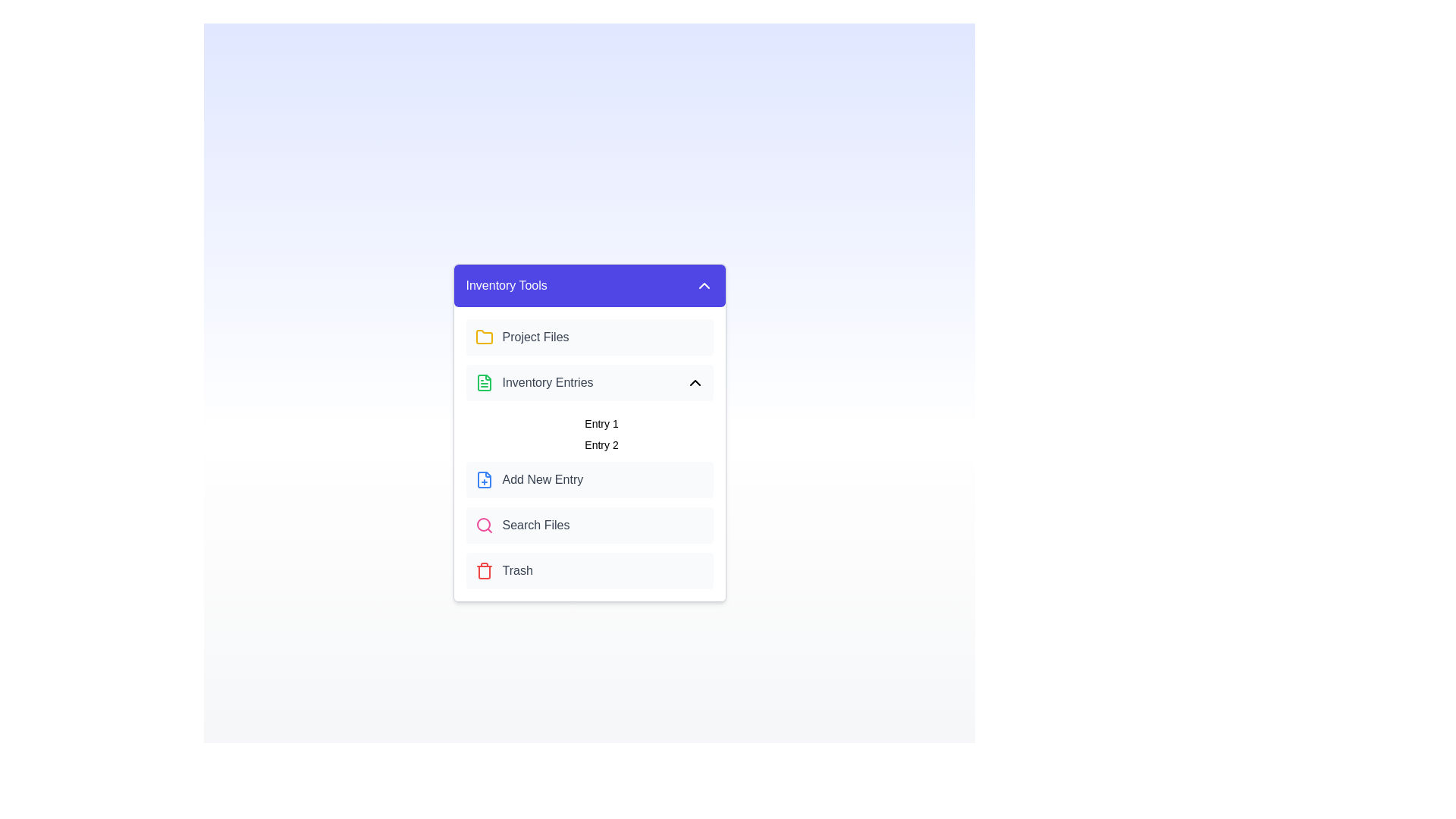 The height and width of the screenshot is (819, 1456). Describe the element at coordinates (483, 479) in the screenshot. I see `the 'Add New Entry' icon located to the left of the text label in the side menu` at that location.